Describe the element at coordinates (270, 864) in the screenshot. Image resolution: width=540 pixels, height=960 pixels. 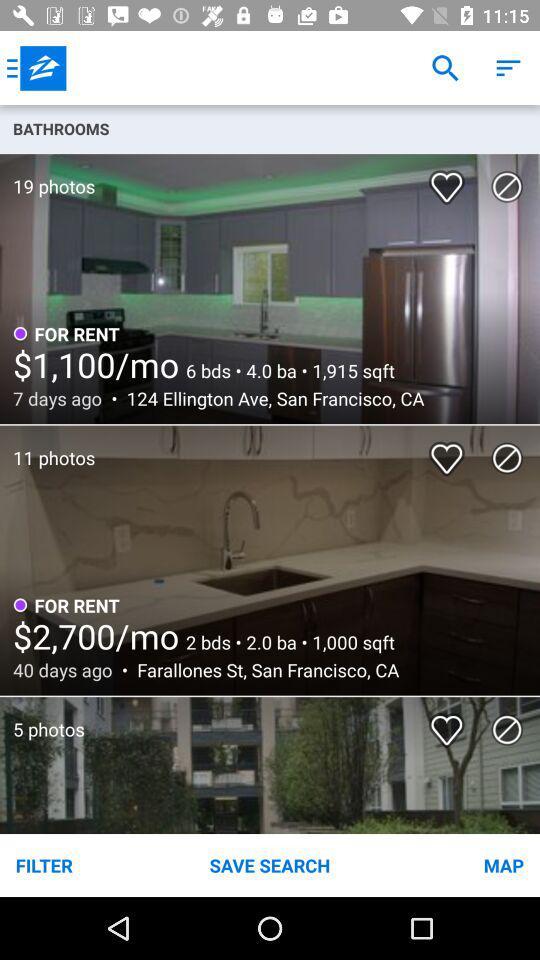
I see `the item next to filter item` at that location.